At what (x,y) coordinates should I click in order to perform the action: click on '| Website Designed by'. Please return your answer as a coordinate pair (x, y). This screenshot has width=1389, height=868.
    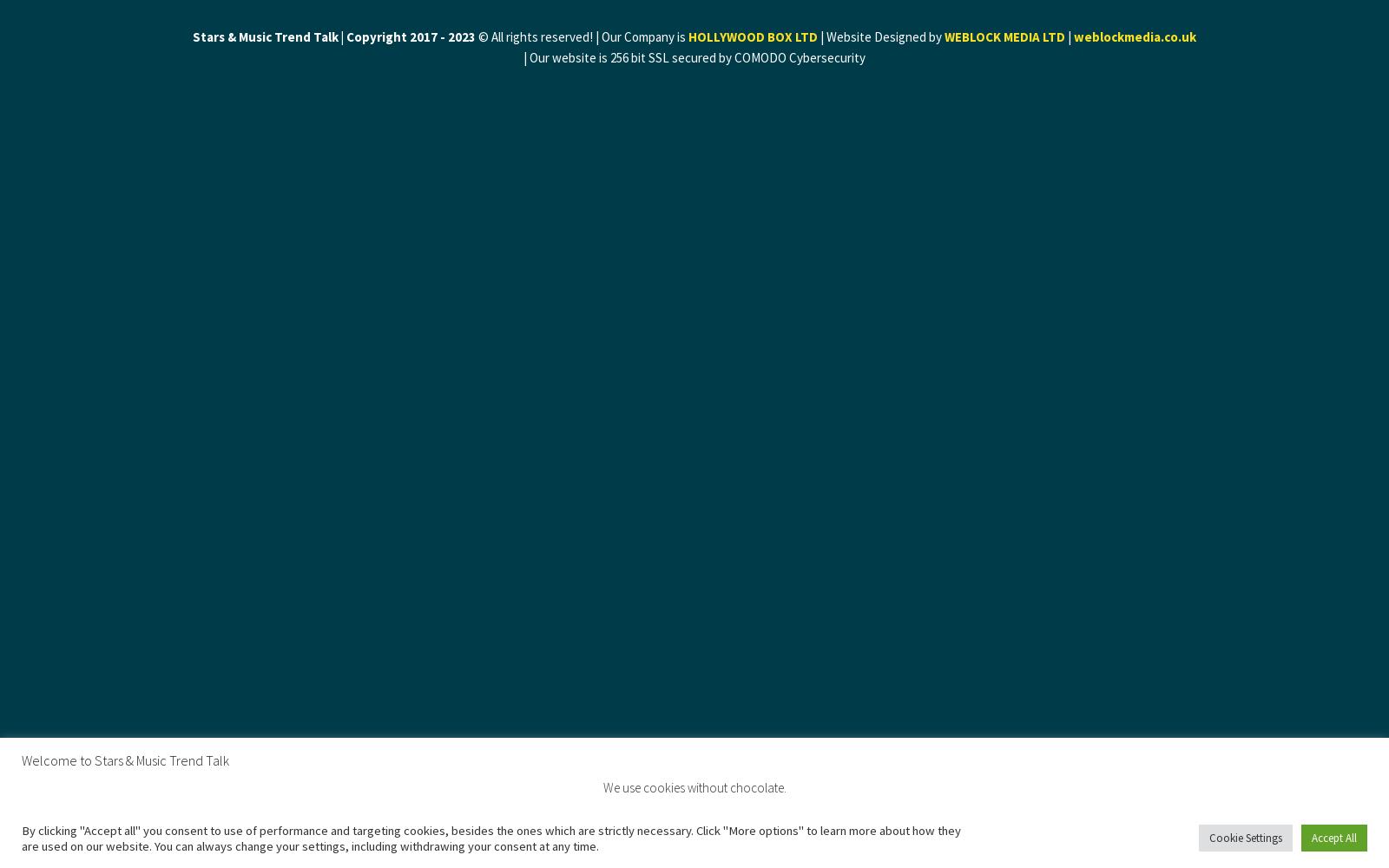
    Looking at the image, I should click on (816, 36).